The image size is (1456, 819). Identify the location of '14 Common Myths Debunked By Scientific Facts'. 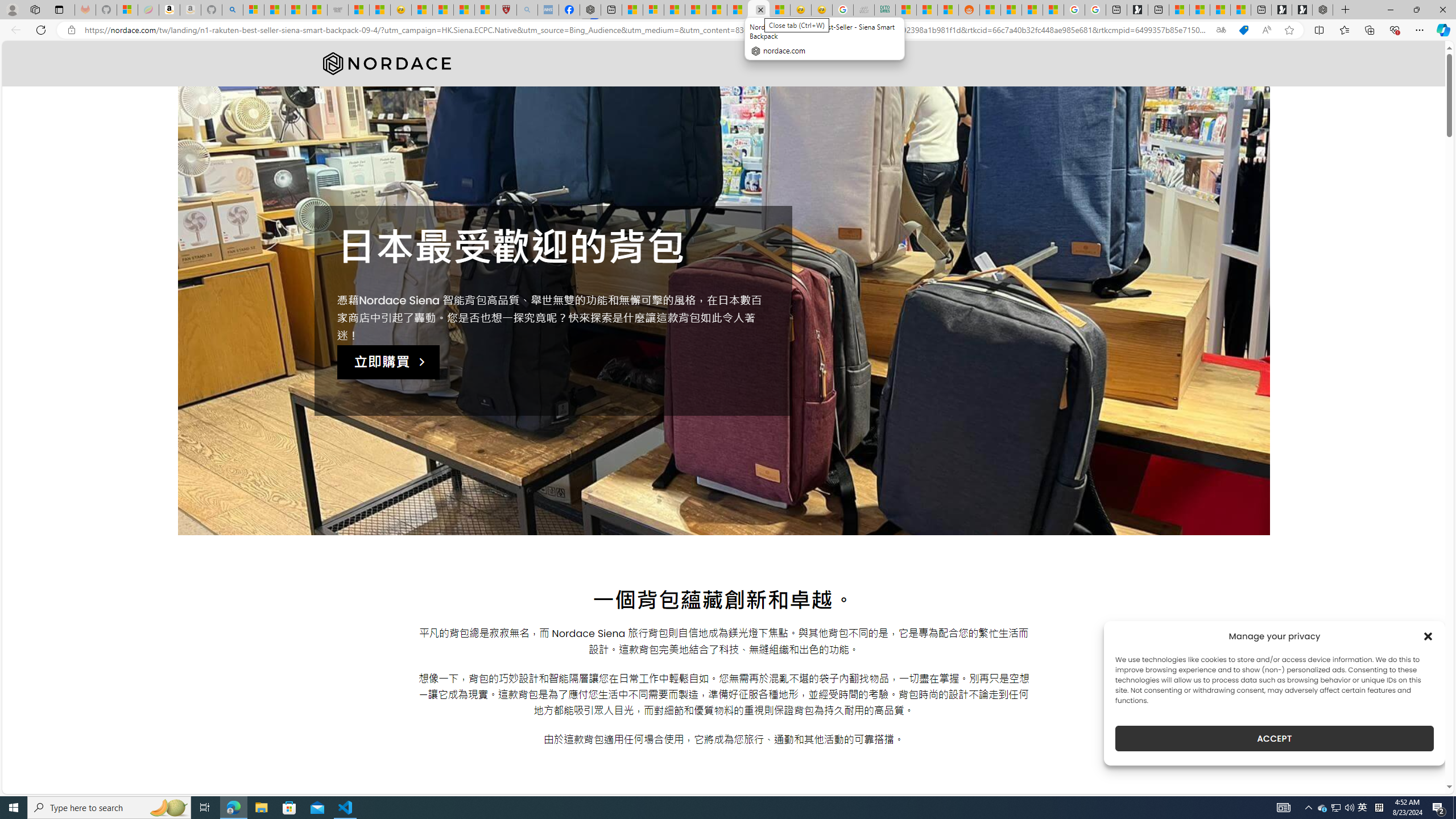
(716, 9).